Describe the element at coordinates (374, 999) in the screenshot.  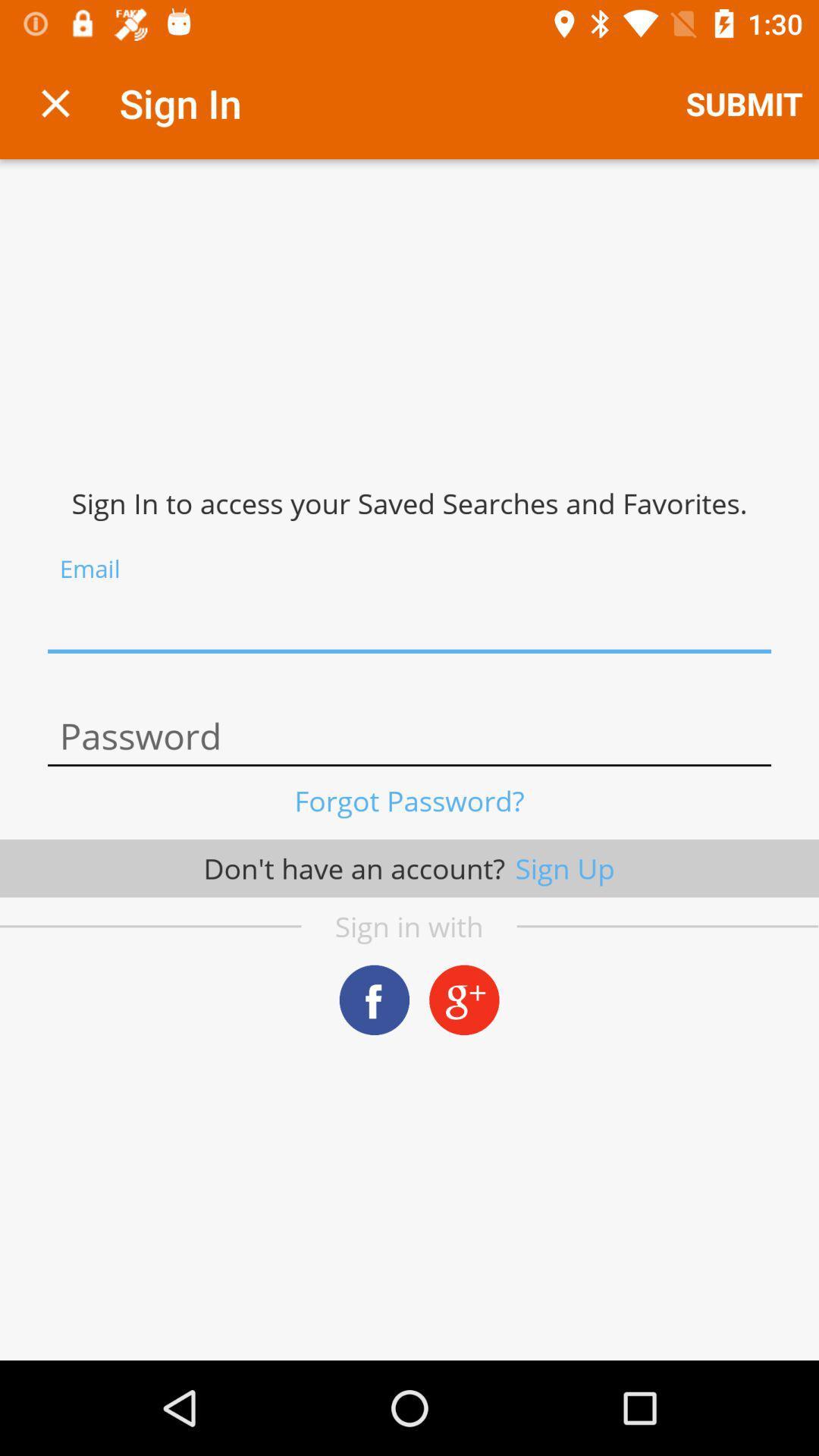
I see `facebook` at that location.